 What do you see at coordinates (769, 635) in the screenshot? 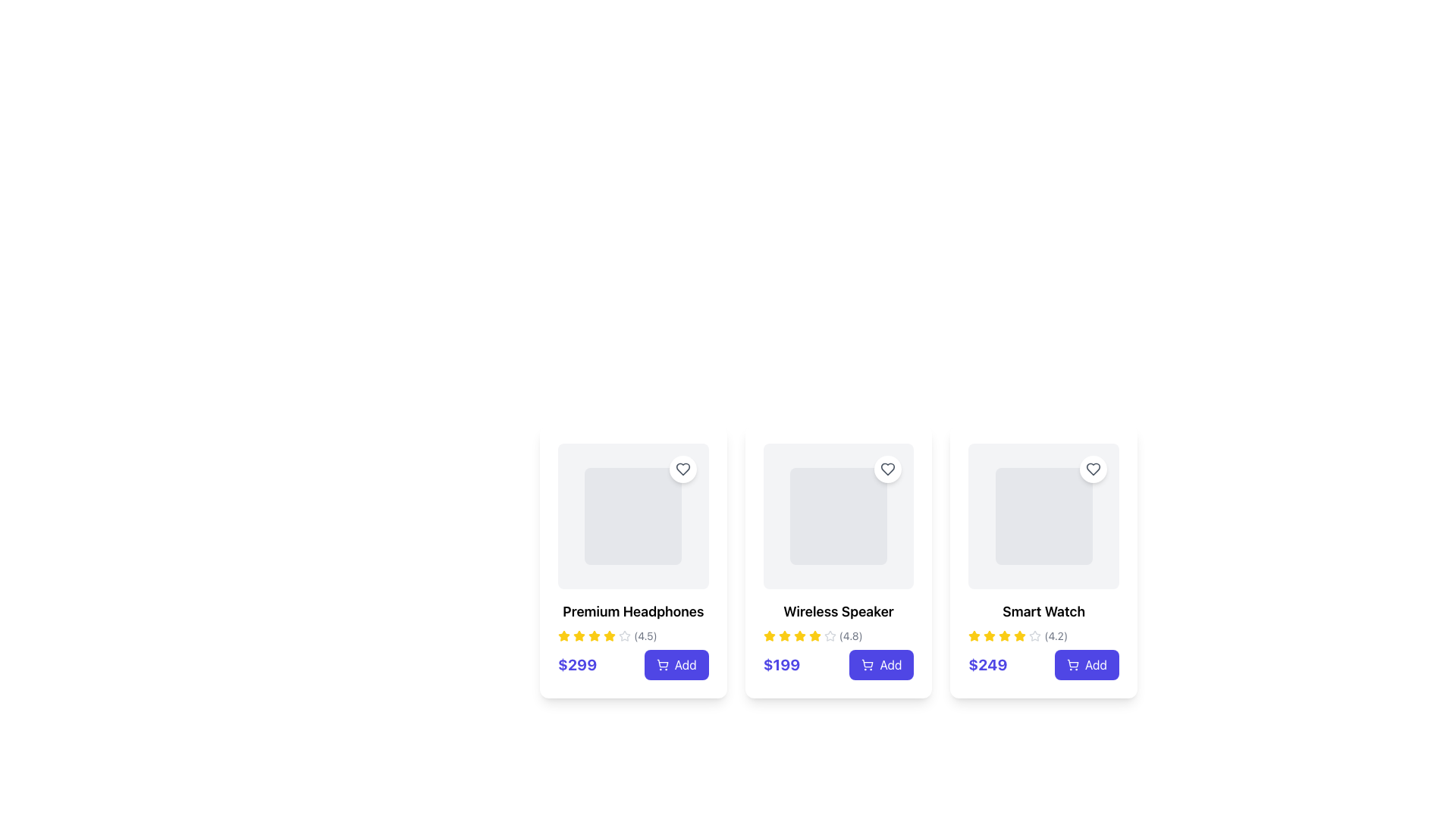
I see `the third star icon in the rating section of the 'Wireless Speaker' product card, which indicates the product's score` at bounding box center [769, 635].